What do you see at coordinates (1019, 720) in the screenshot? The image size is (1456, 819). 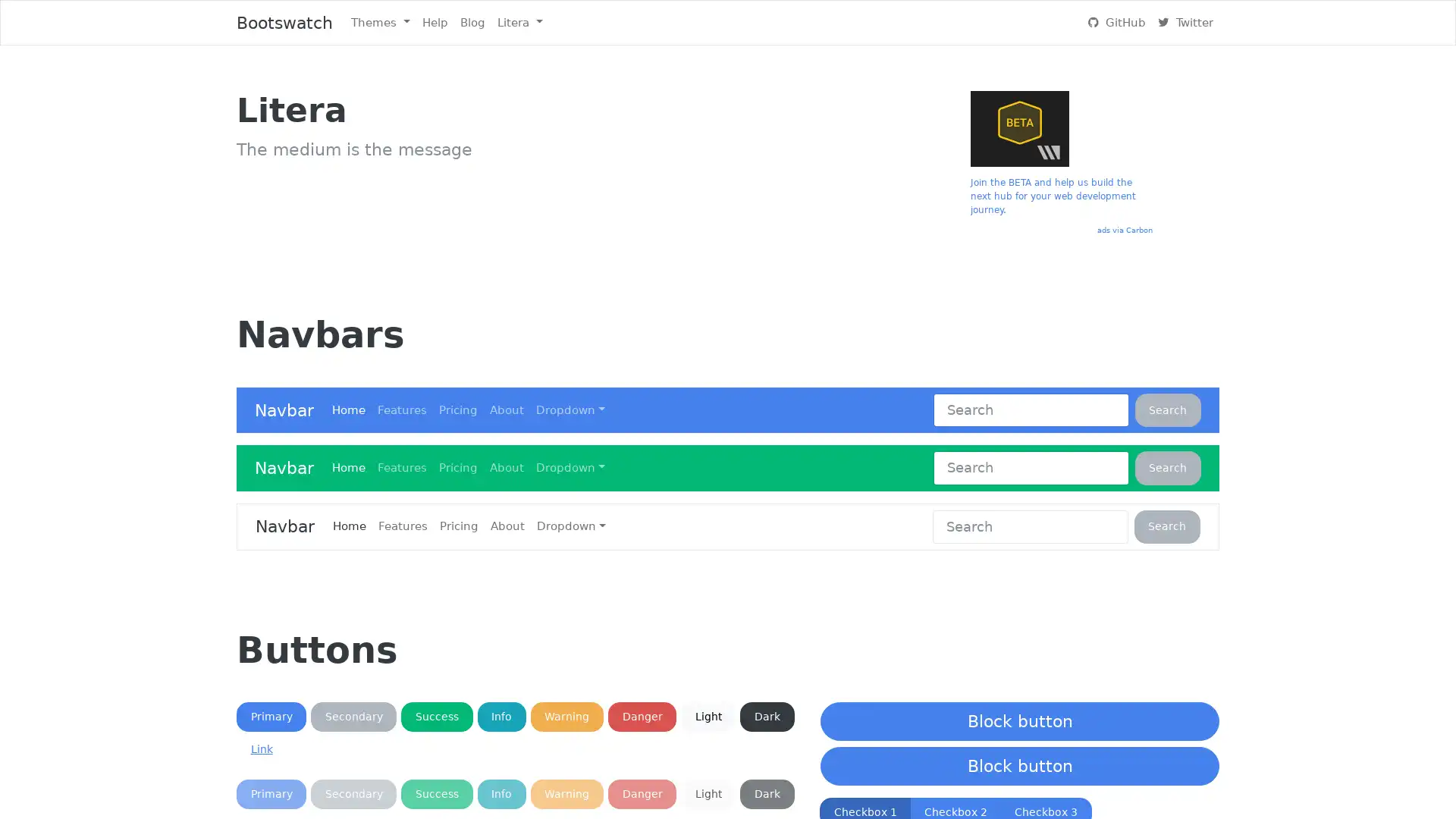 I see `Block button` at bounding box center [1019, 720].